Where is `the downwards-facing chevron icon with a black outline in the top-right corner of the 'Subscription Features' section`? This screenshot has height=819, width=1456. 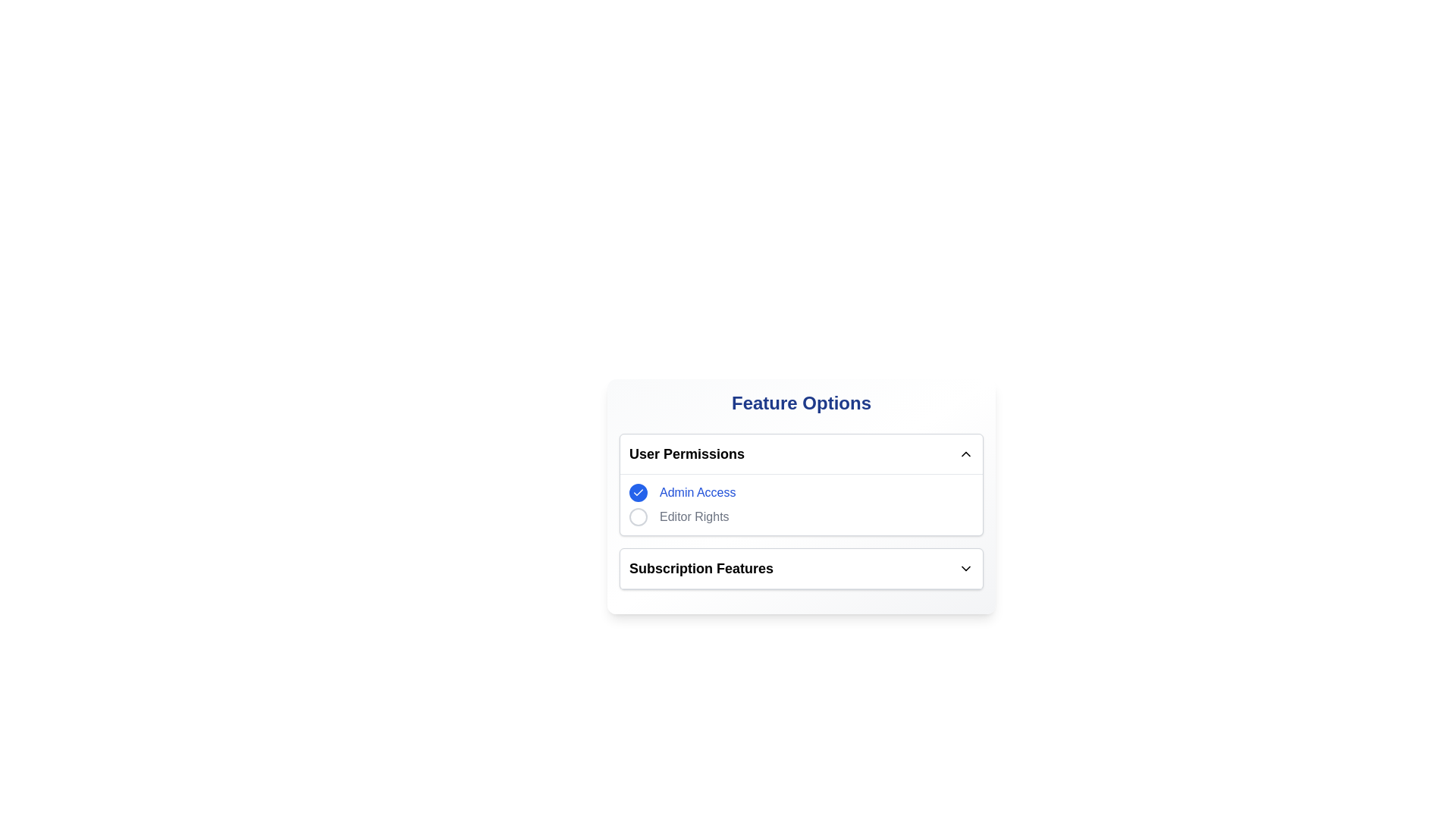 the downwards-facing chevron icon with a black outline in the top-right corner of the 'Subscription Features' section is located at coordinates (965, 568).